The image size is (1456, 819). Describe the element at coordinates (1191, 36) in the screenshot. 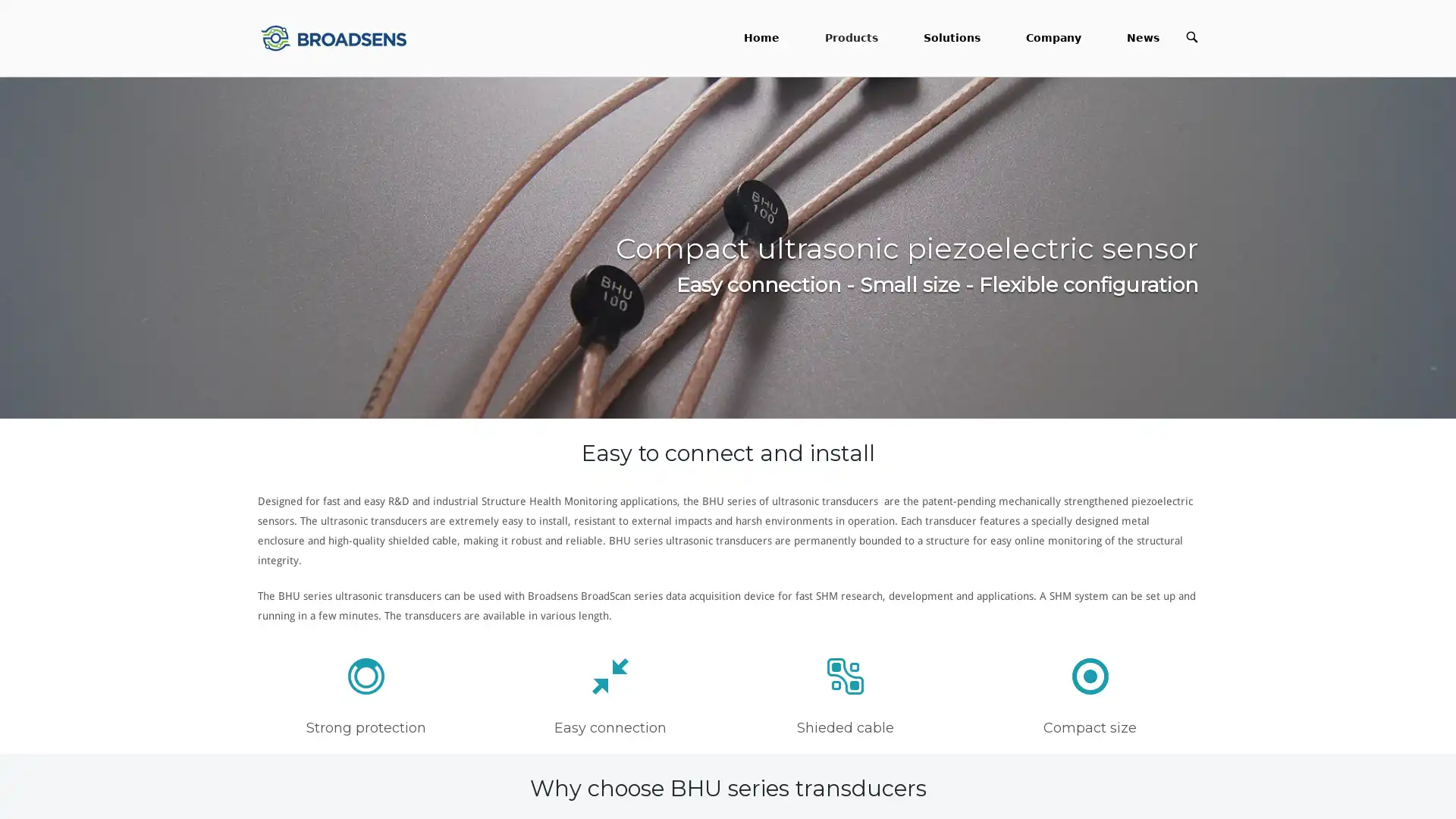

I see `OPEN SEARCH BAR` at that location.